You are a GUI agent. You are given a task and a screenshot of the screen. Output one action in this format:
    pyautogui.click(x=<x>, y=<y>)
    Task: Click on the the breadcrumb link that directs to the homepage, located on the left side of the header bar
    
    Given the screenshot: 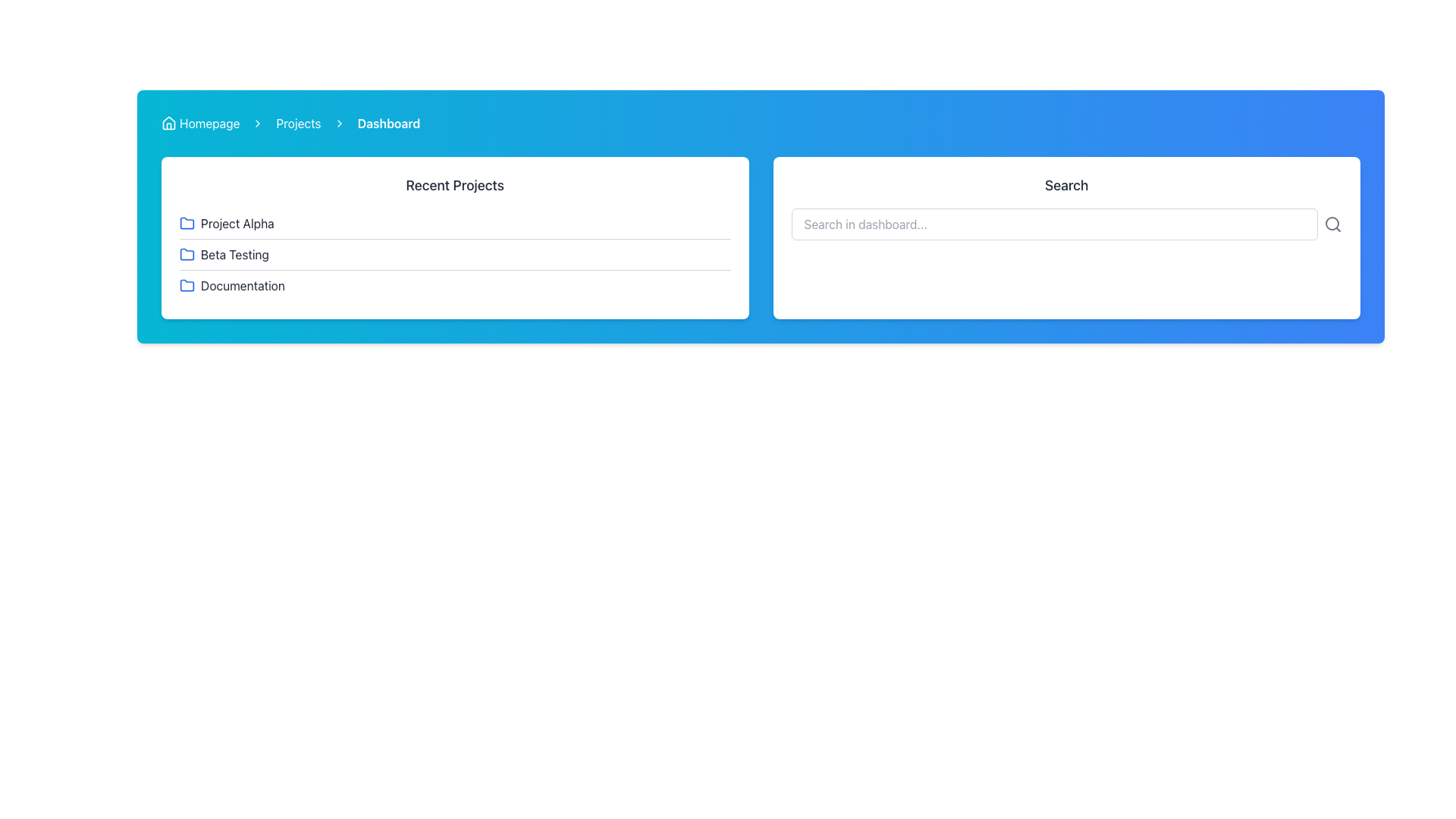 What is the action you would take?
    pyautogui.click(x=199, y=122)
    